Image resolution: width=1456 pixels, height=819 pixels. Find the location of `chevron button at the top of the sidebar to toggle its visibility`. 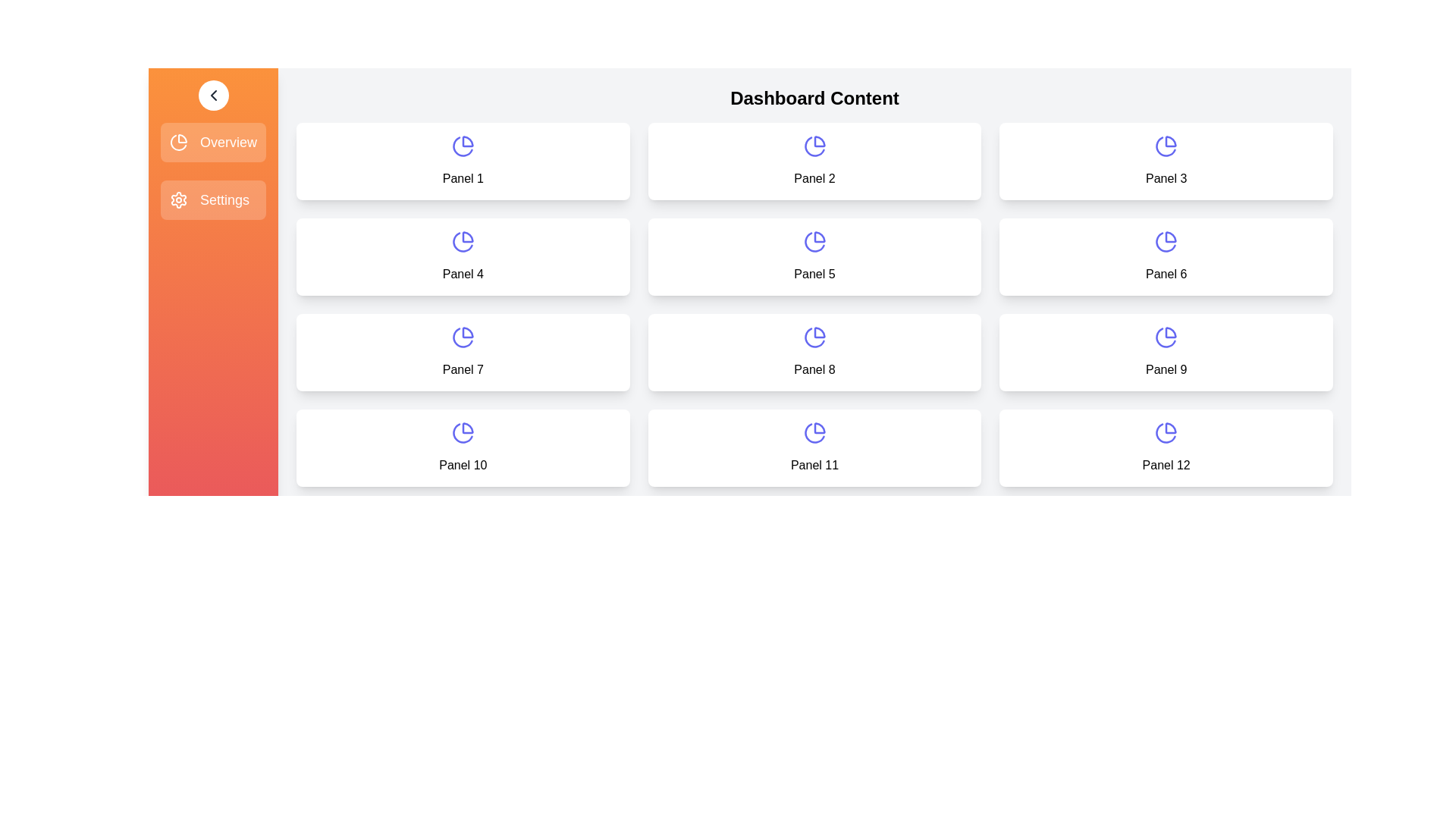

chevron button at the top of the sidebar to toggle its visibility is located at coordinates (212, 96).